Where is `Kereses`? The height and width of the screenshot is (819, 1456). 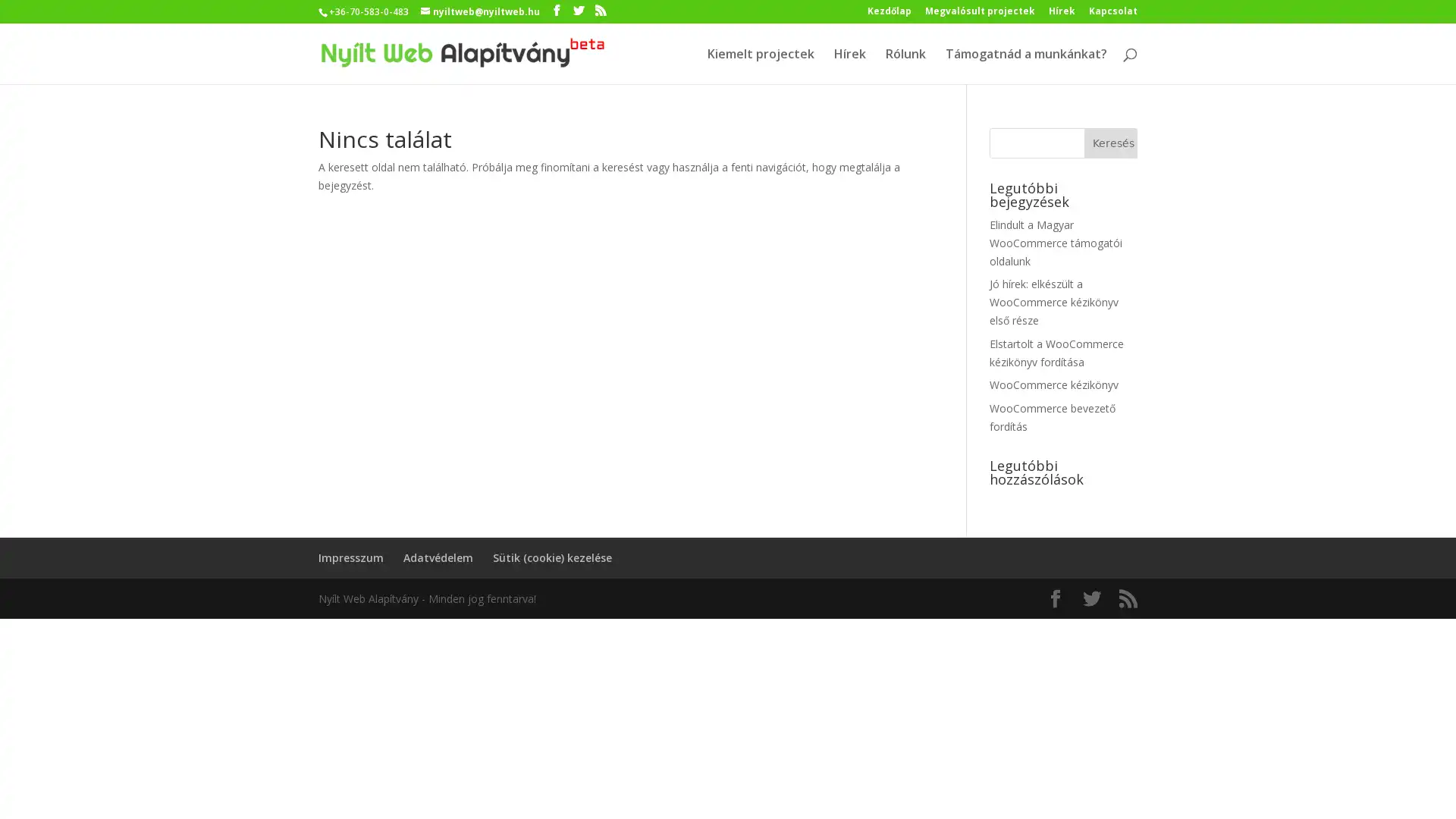 Kereses is located at coordinates (1110, 143).